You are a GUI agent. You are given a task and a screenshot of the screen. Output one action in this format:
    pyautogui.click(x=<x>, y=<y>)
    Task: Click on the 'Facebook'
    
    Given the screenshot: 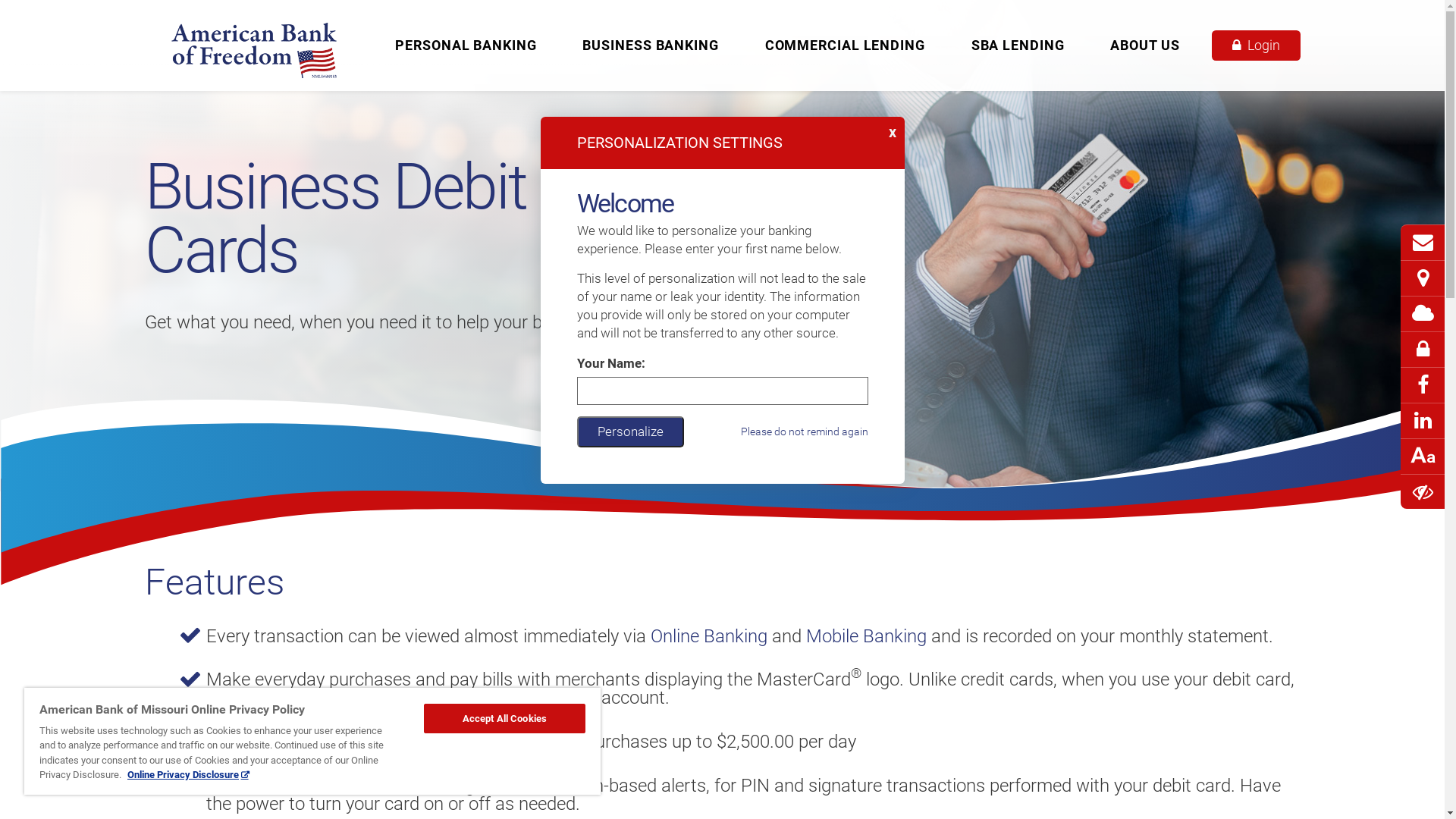 What is the action you would take?
    pyautogui.click(x=1422, y=391)
    